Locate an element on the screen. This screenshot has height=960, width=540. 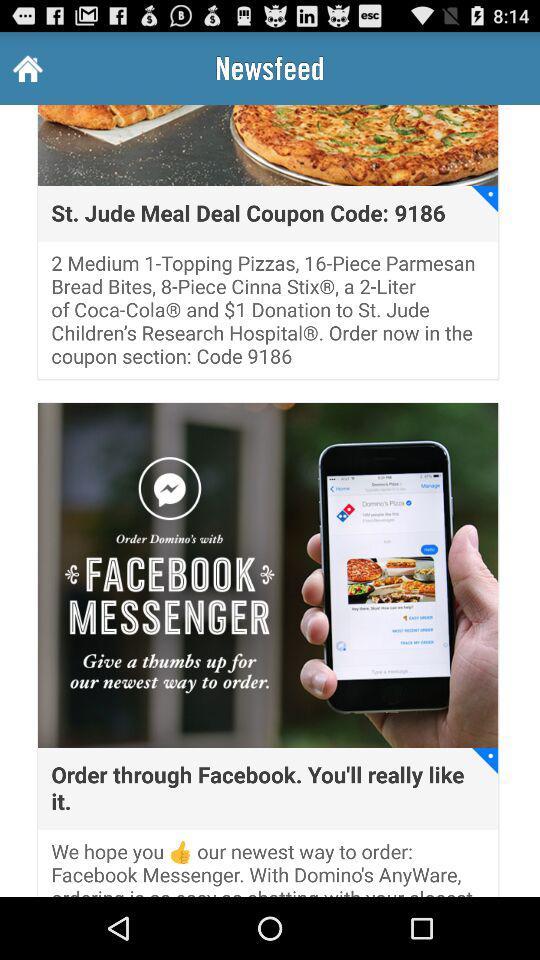
the st jude meal icon is located at coordinates (248, 213).